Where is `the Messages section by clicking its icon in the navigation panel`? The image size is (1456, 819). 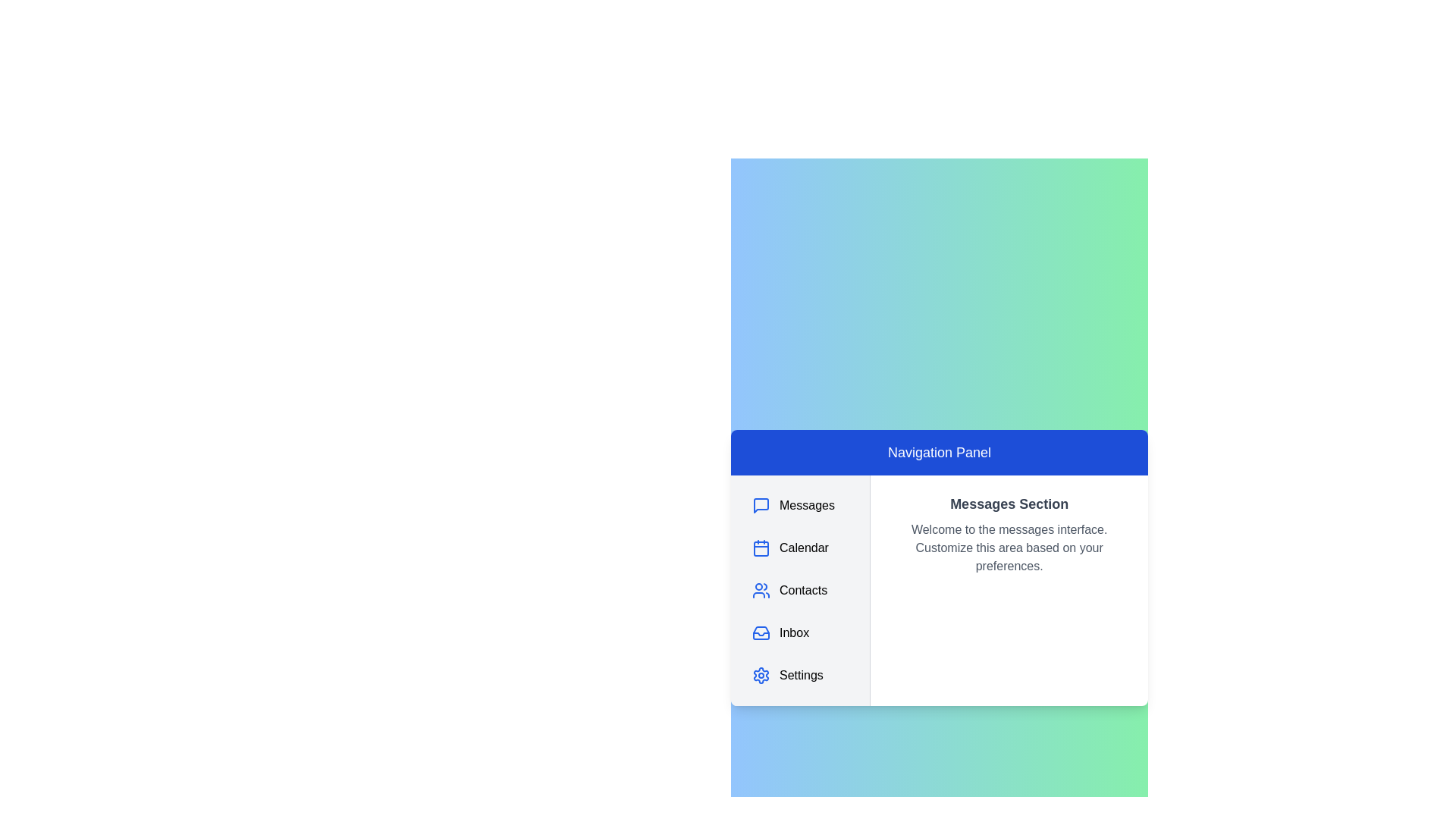
the Messages section by clicking its icon in the navigation panel is located at coordinates (761, 506).